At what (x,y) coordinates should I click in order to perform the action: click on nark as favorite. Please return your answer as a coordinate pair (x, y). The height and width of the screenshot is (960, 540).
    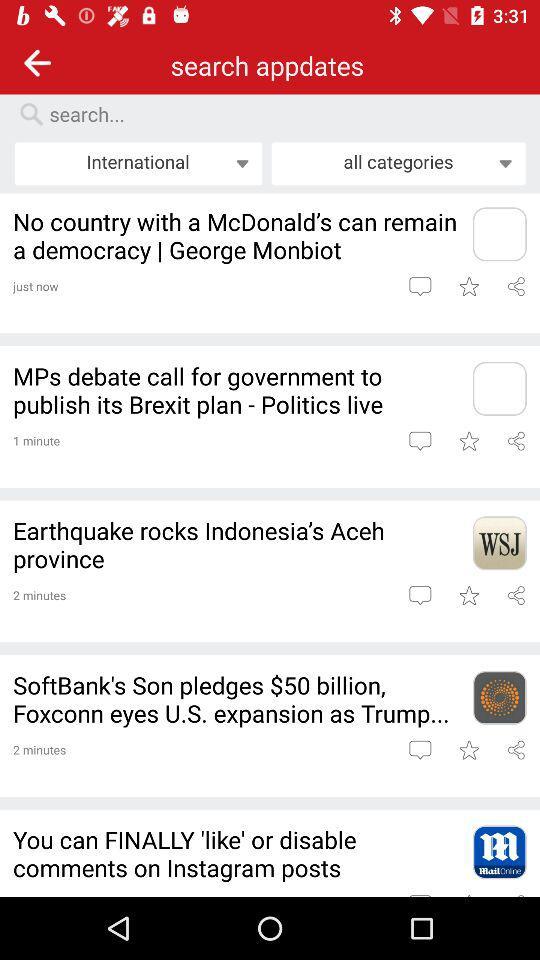
    Looking at the image, I should click on (468, 595).